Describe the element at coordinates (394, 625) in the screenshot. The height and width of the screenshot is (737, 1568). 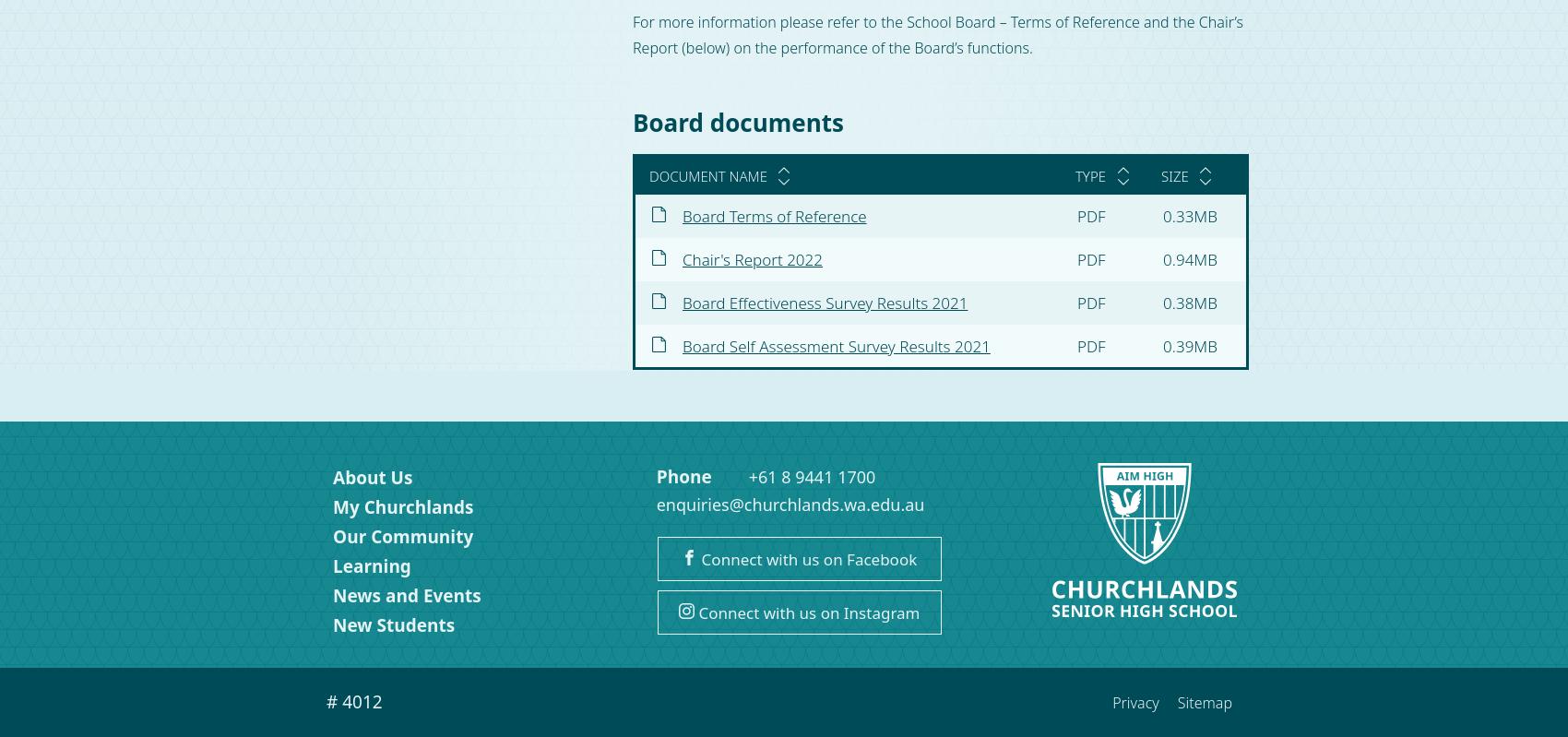
I see `'New Students'` at that location.